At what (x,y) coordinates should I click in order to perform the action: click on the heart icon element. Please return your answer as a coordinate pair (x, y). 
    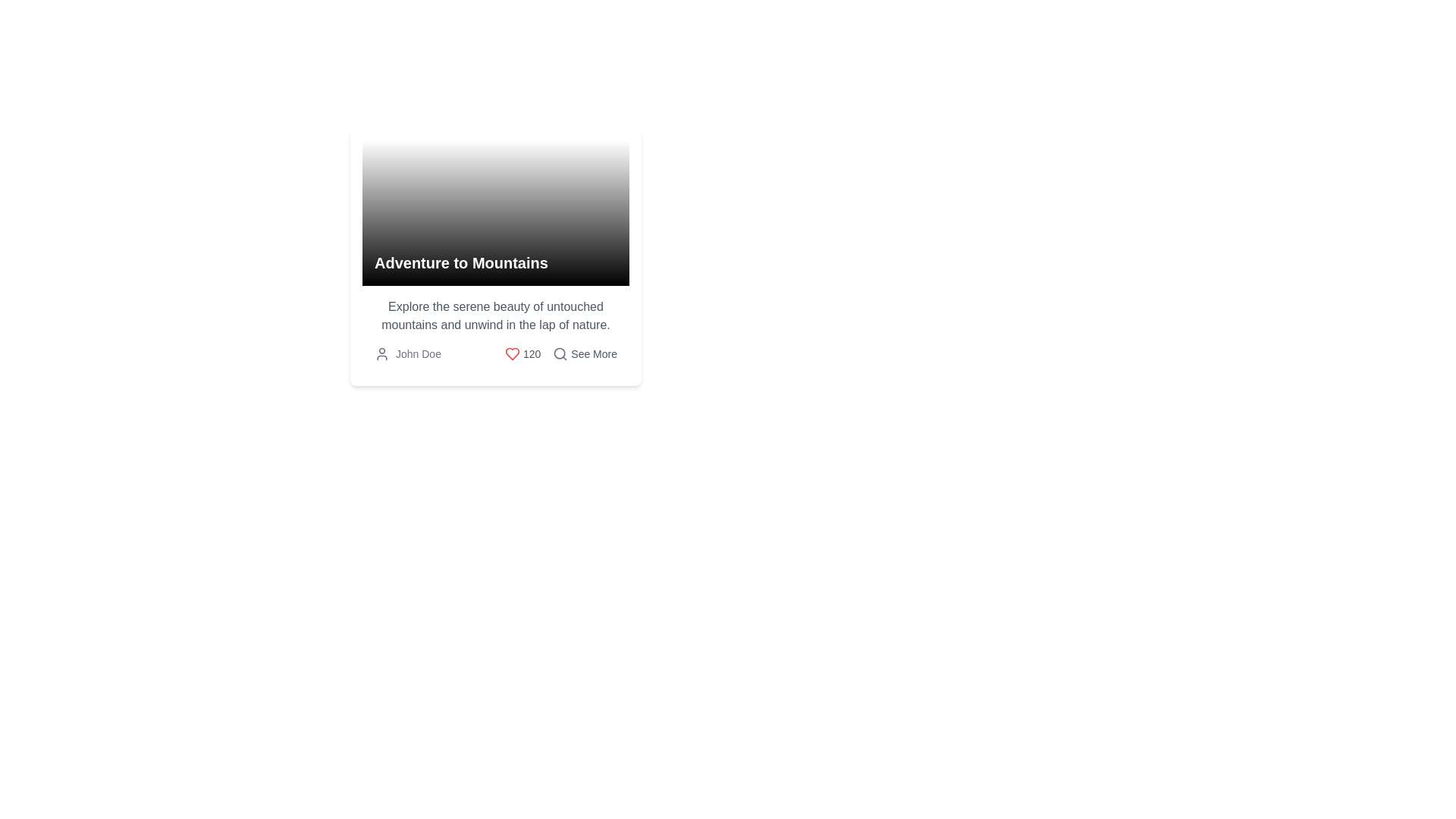
    Looking at the image, I should click on (513, 353).